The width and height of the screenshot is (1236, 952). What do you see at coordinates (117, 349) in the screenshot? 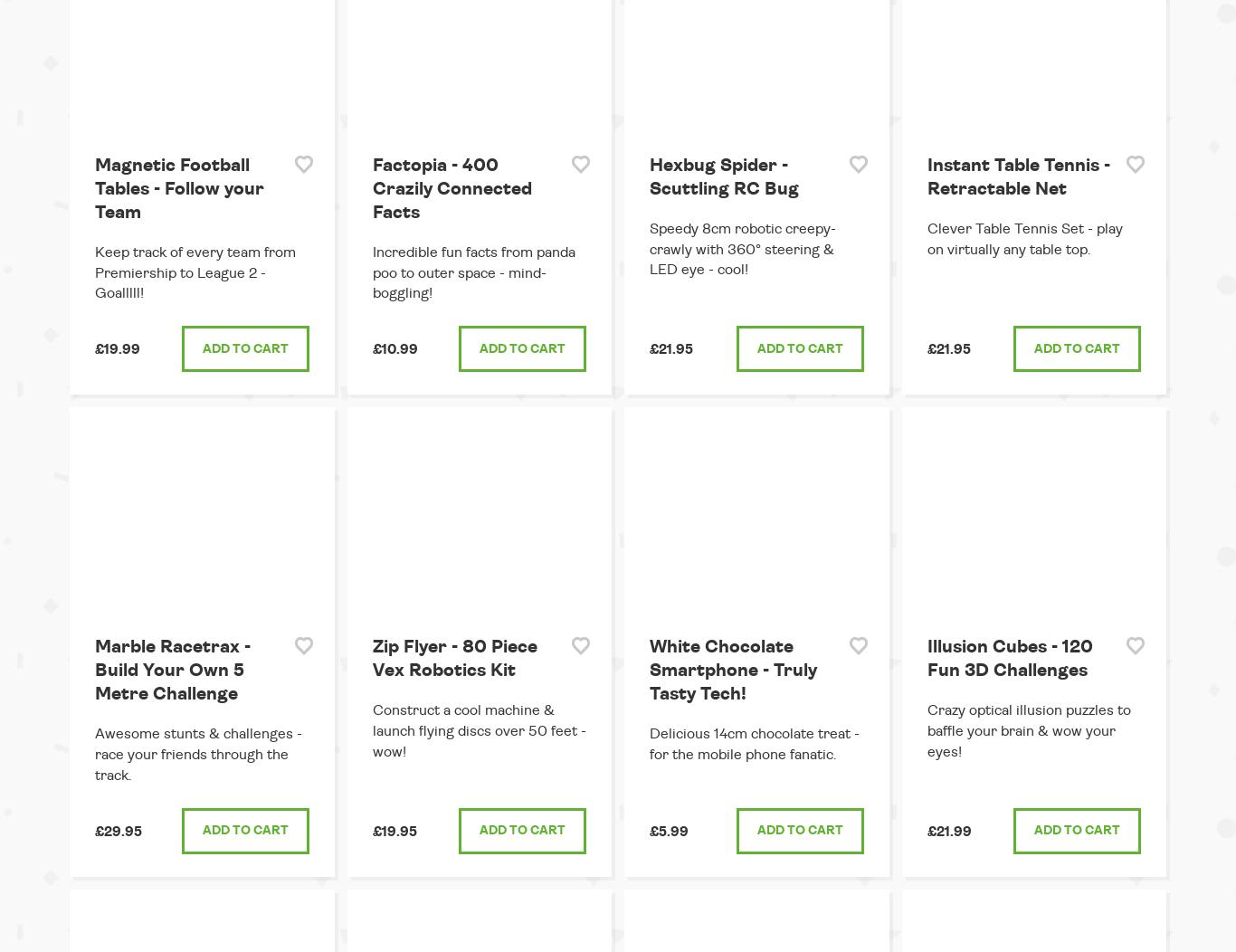
I see `'£19.99'` at bounding box center [117, 349].